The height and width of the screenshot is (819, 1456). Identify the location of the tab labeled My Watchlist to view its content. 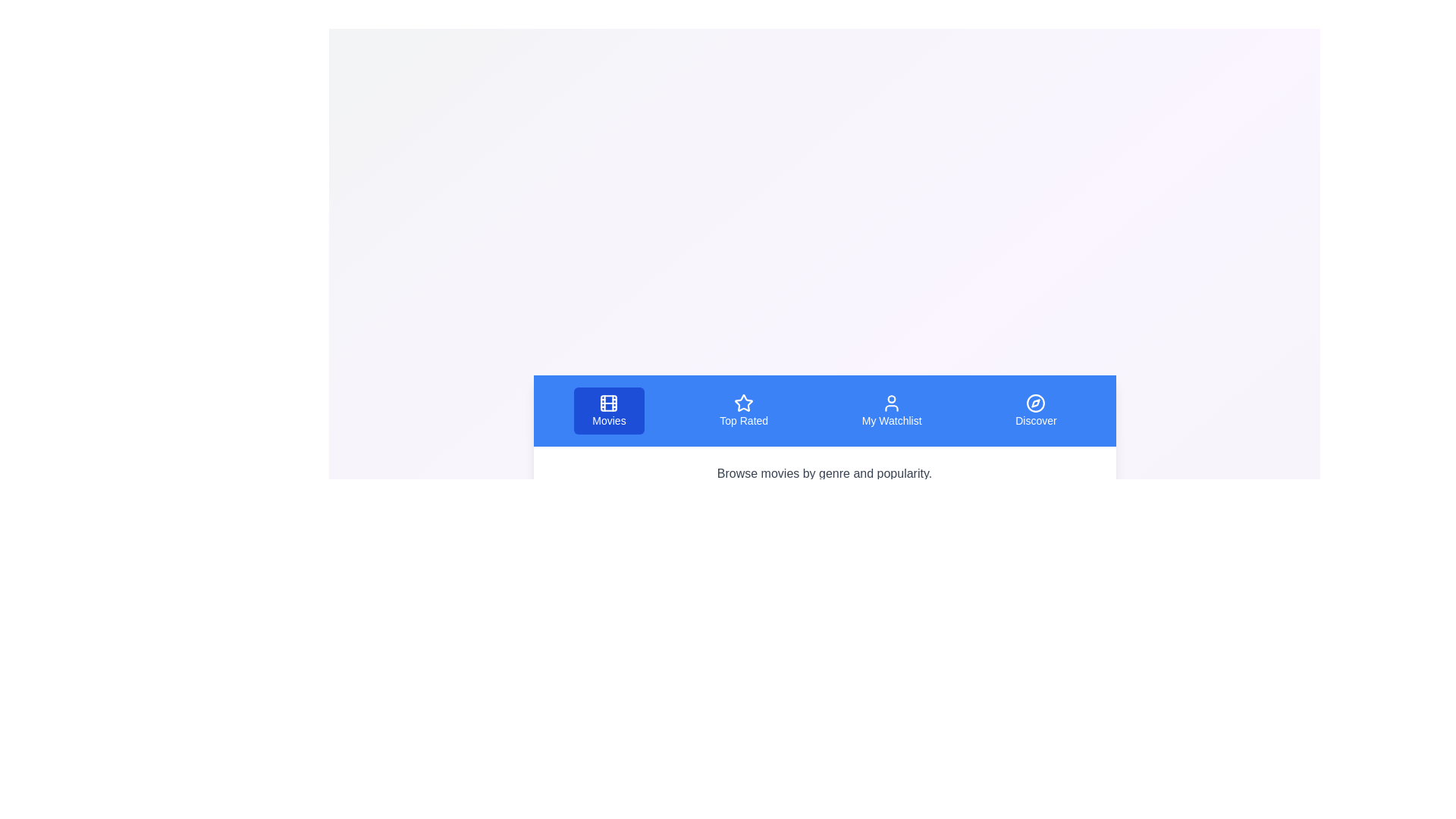
(892, 411).